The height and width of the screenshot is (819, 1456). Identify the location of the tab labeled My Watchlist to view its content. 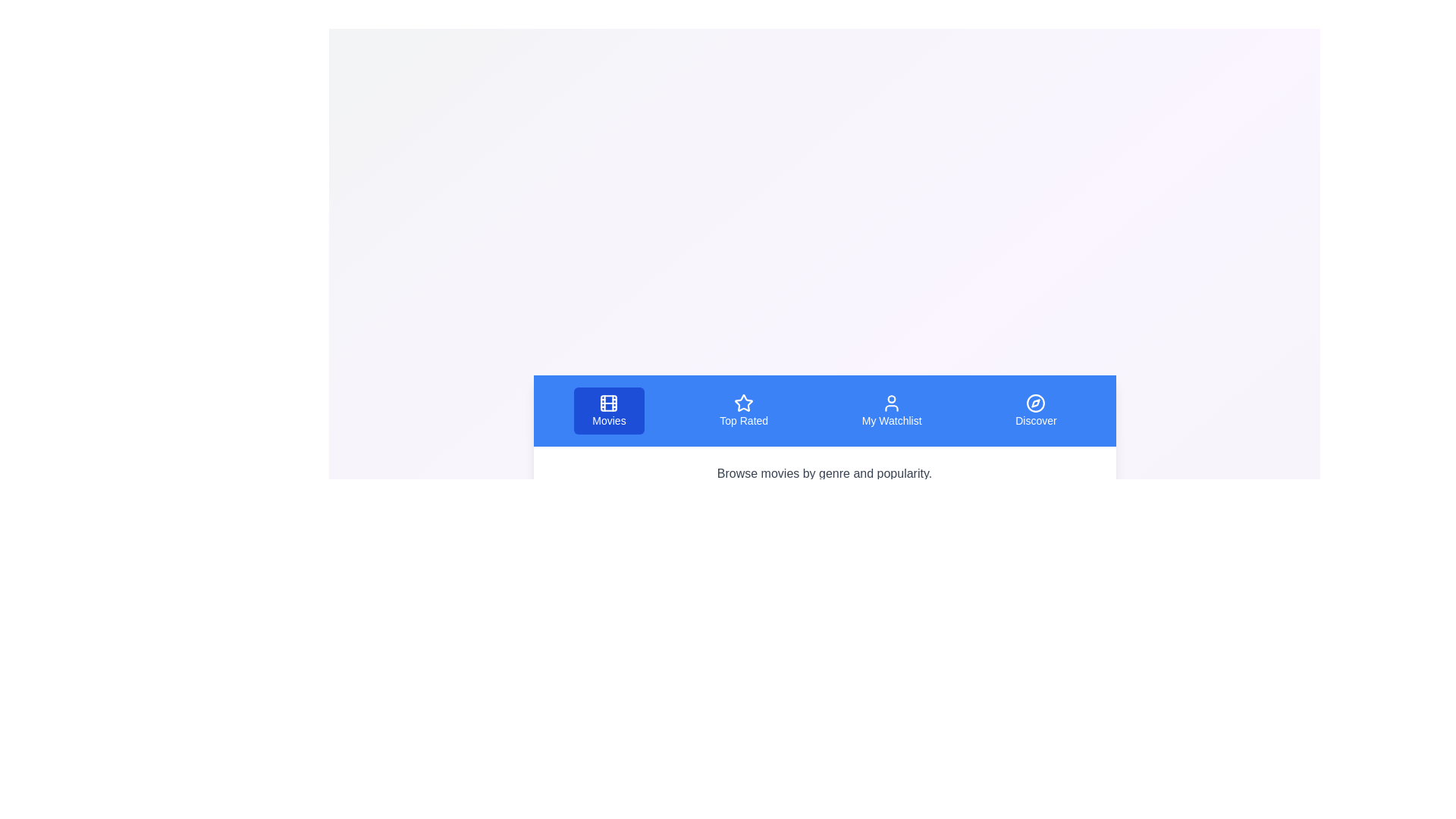
(892, 411).